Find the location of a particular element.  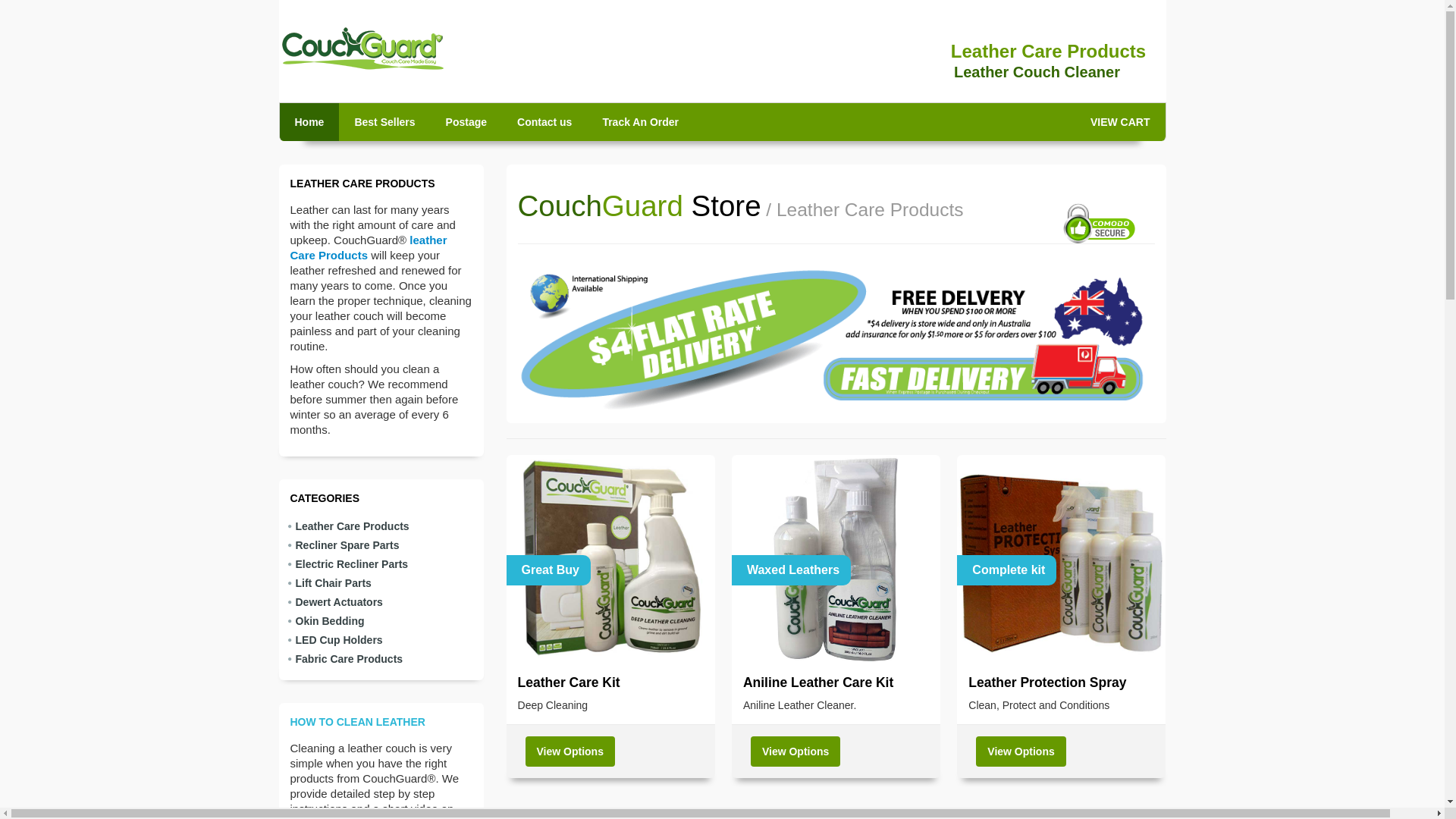

'HOW TO CLEAN LEATHER' is located at coordinates (356, 721).